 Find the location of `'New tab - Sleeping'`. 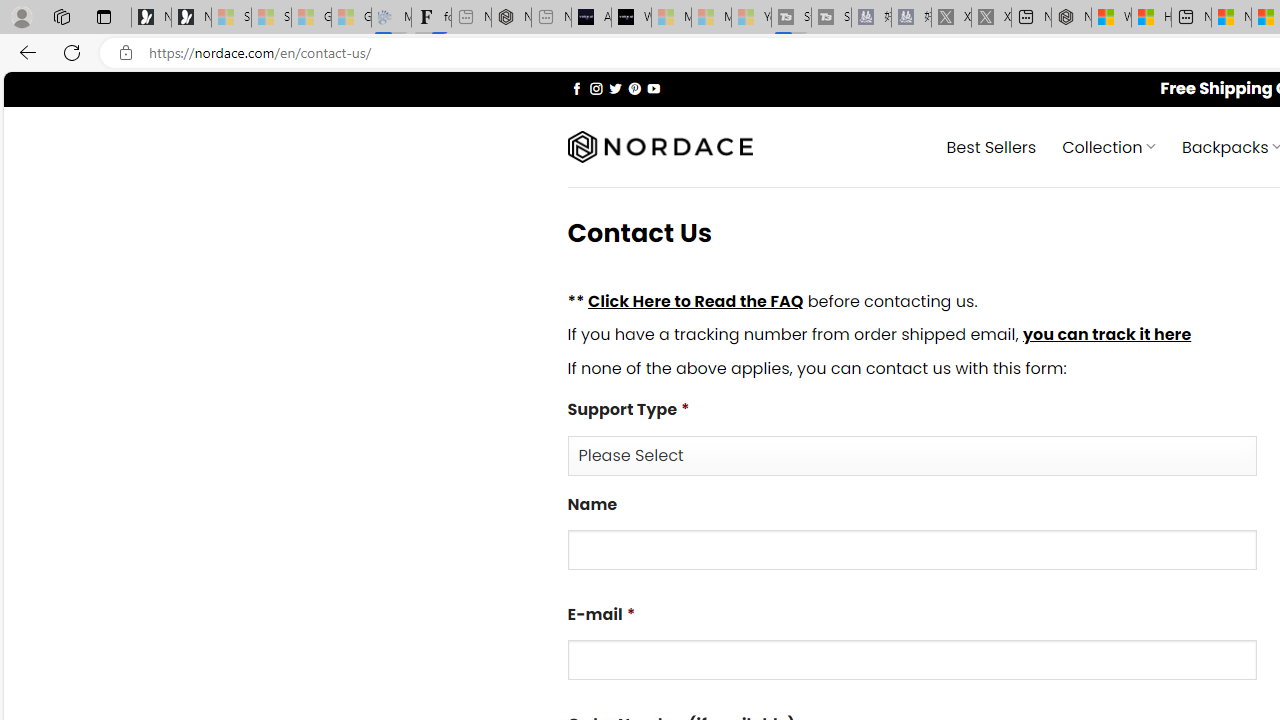

'New tab - Sleeping' is located at coordinates (551, 17).